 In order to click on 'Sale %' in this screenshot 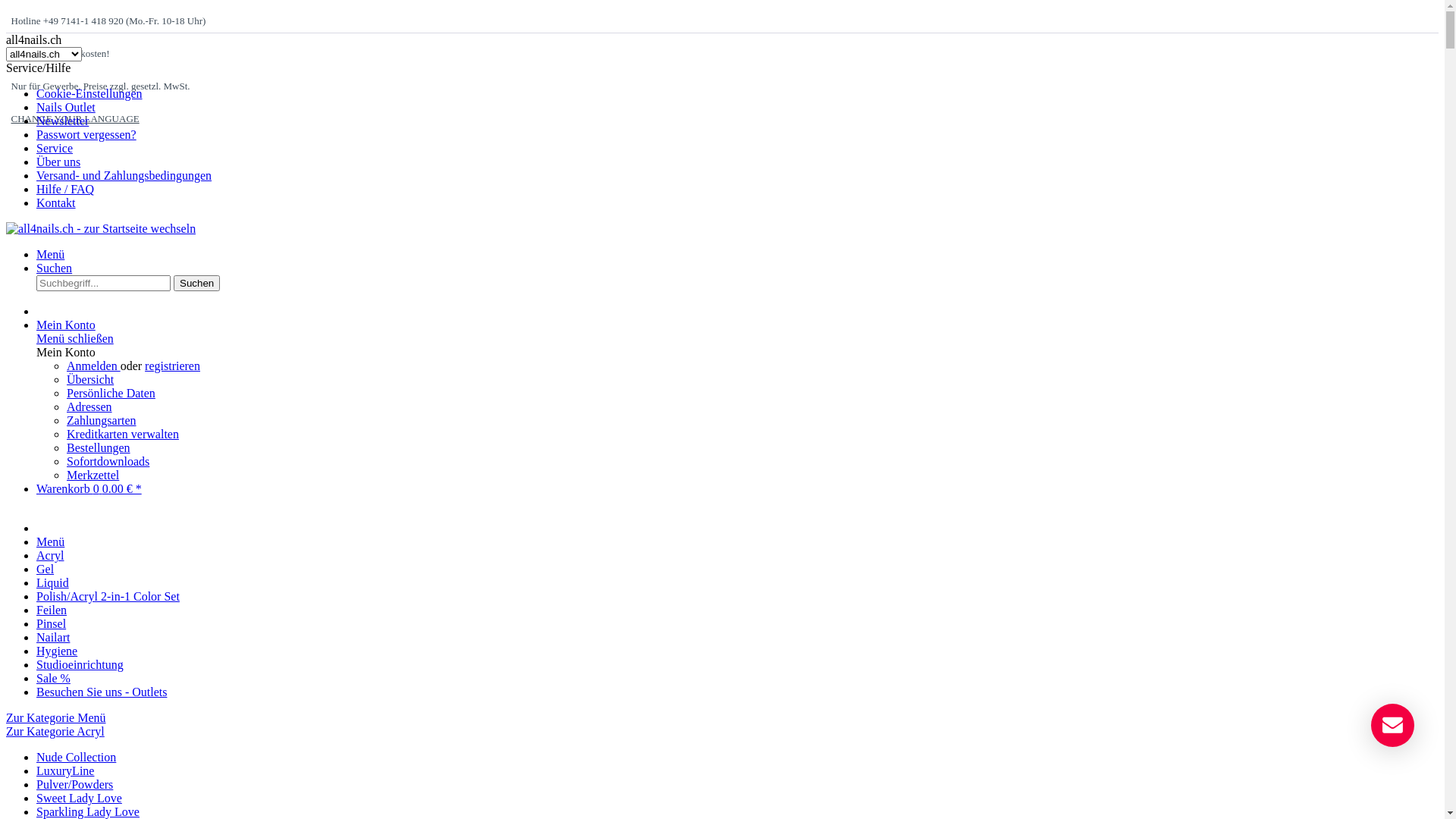, I will do `click(53, 677)`.